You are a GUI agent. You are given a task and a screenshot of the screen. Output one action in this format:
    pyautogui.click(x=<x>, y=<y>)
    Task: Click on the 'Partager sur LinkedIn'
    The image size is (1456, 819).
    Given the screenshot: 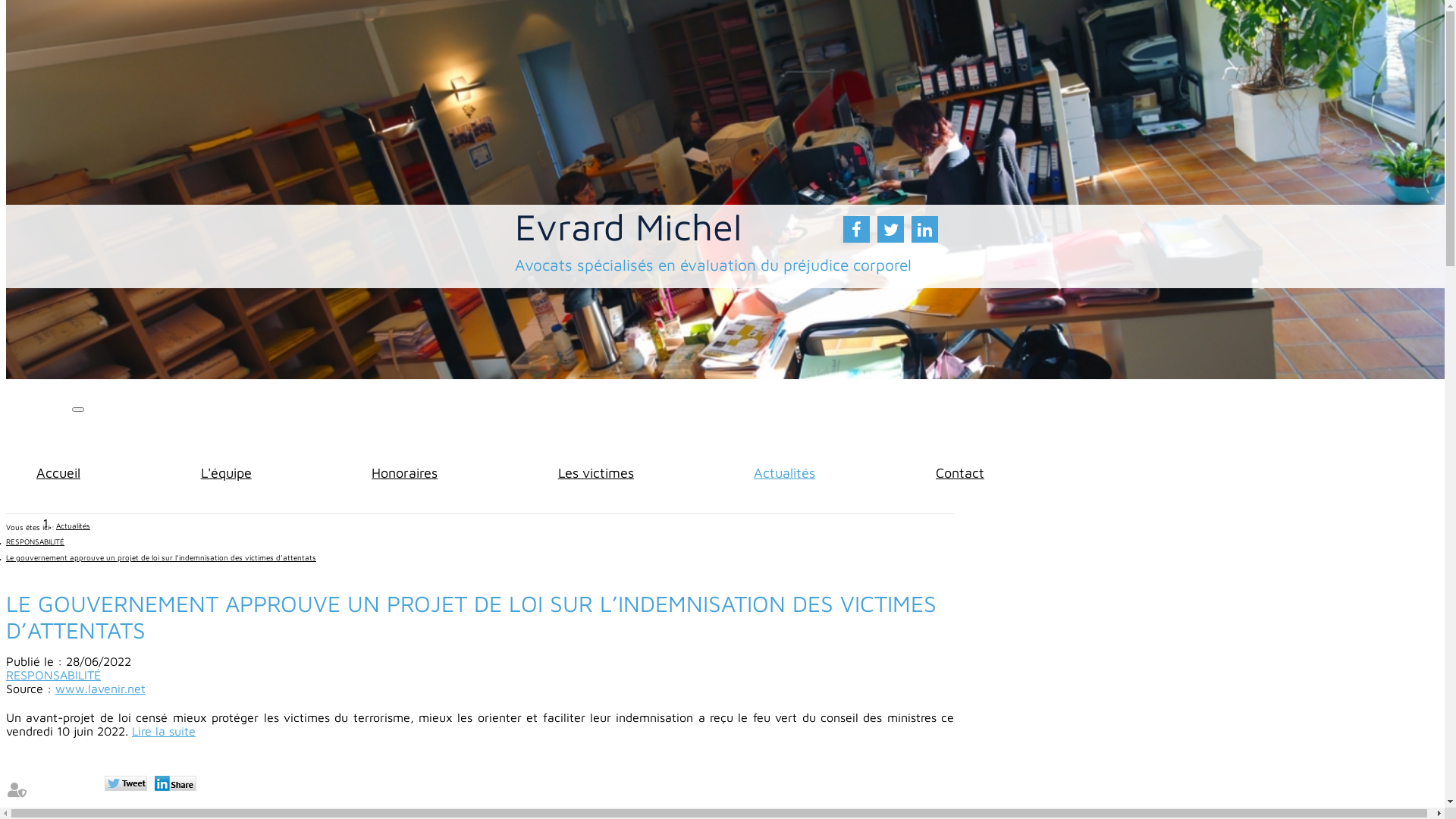 What is the action you would take?
    pyautogui.click(x=177, y=784)
    